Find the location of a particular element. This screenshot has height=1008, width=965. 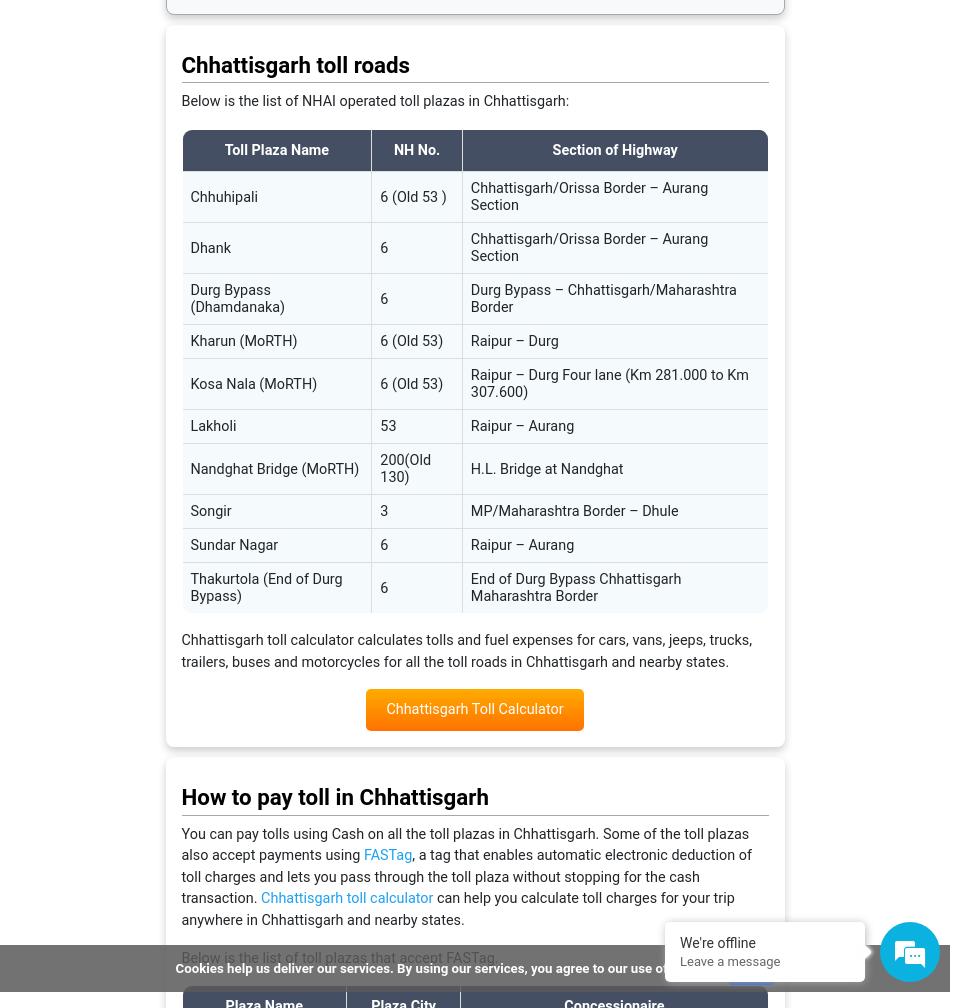

'Durg Bypass – Chhattisgarh/Maharashtra Border' is located at coordinates (602, 298).